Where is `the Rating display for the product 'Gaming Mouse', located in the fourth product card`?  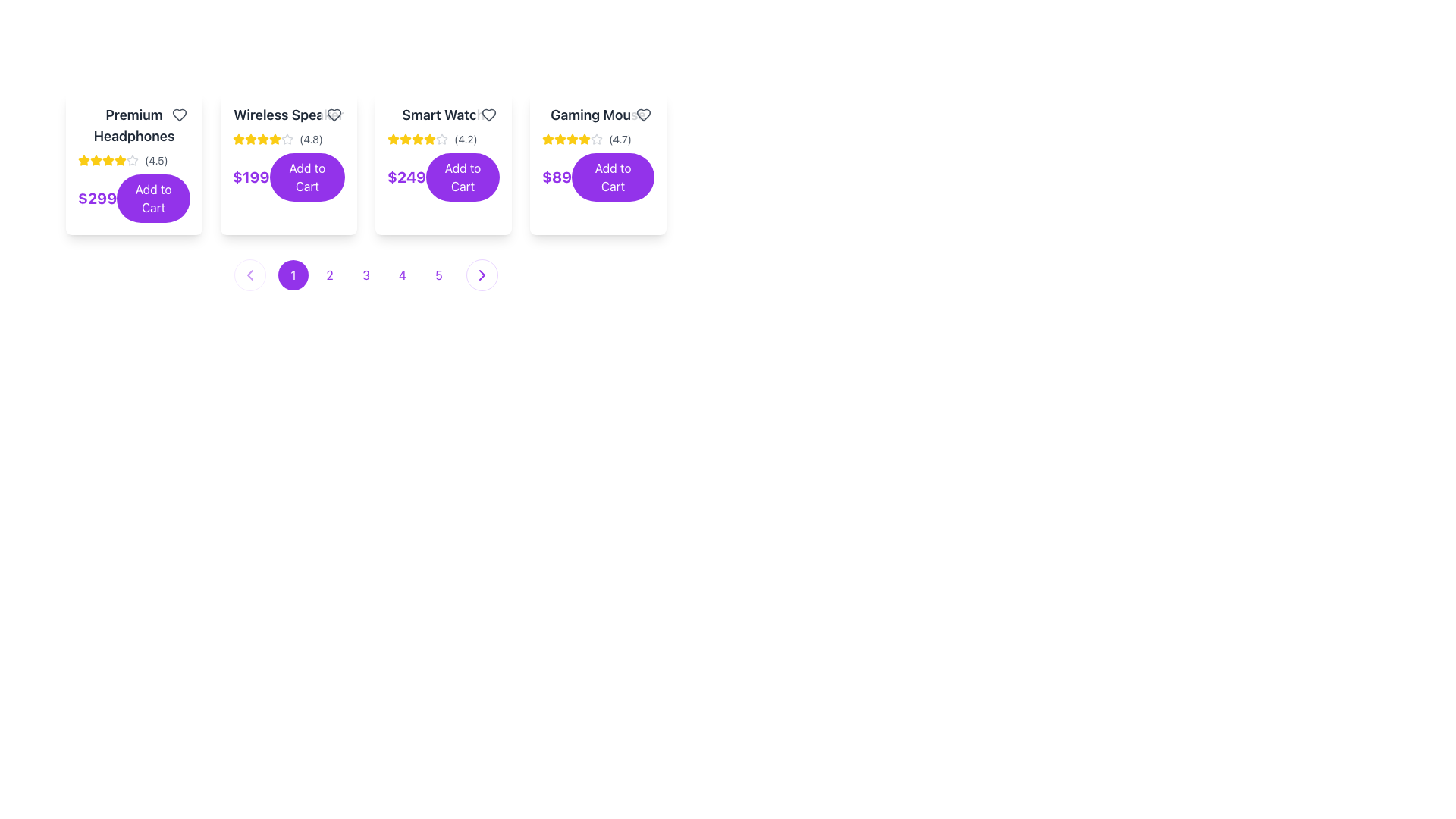 the Rating display for the product 'Gaming Mouse', located in the fourth product card is located at coordinates (597, 140).